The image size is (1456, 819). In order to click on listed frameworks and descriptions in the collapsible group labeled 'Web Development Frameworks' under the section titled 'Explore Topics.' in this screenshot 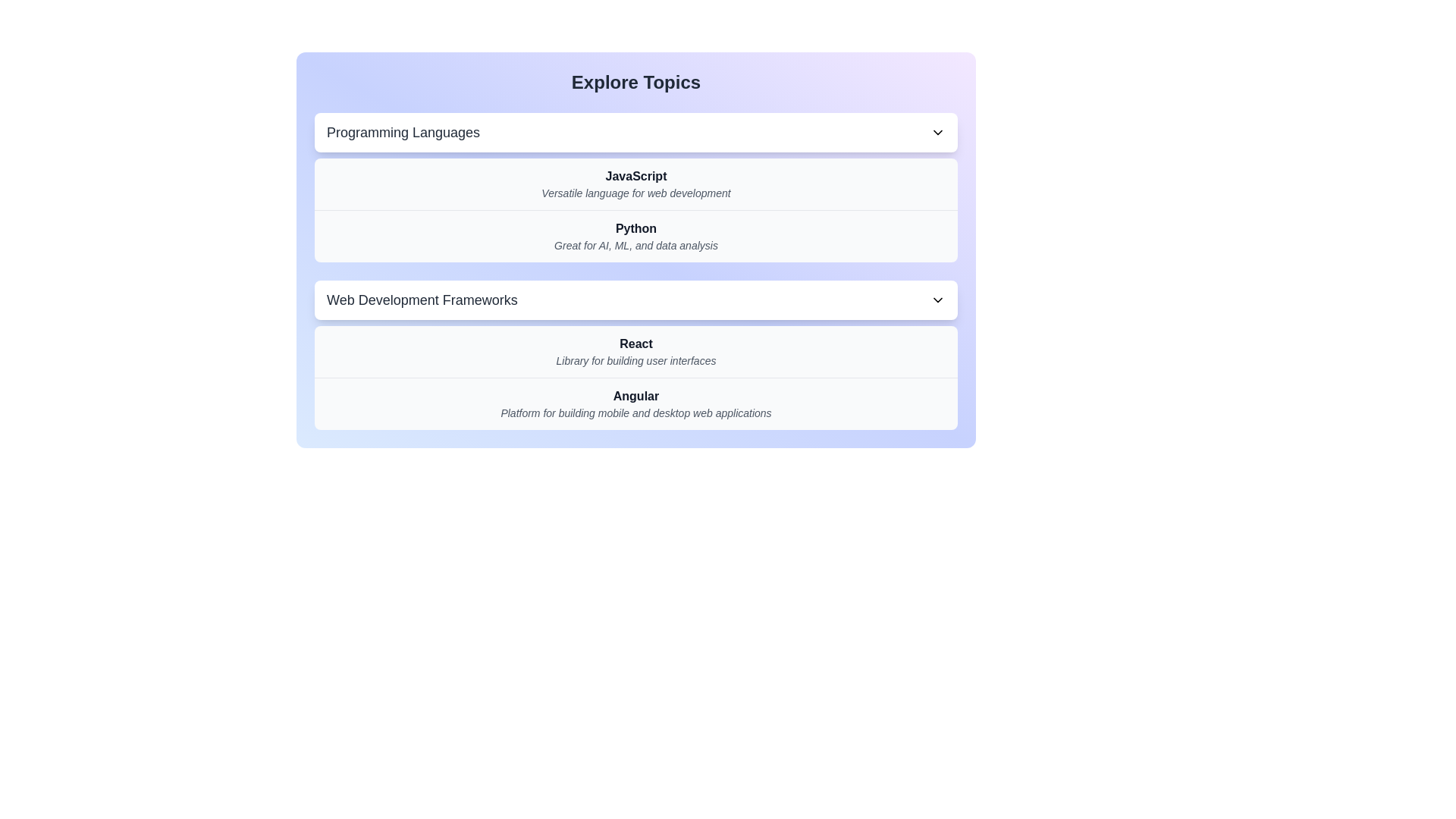, I will do `click(636, 355)`.